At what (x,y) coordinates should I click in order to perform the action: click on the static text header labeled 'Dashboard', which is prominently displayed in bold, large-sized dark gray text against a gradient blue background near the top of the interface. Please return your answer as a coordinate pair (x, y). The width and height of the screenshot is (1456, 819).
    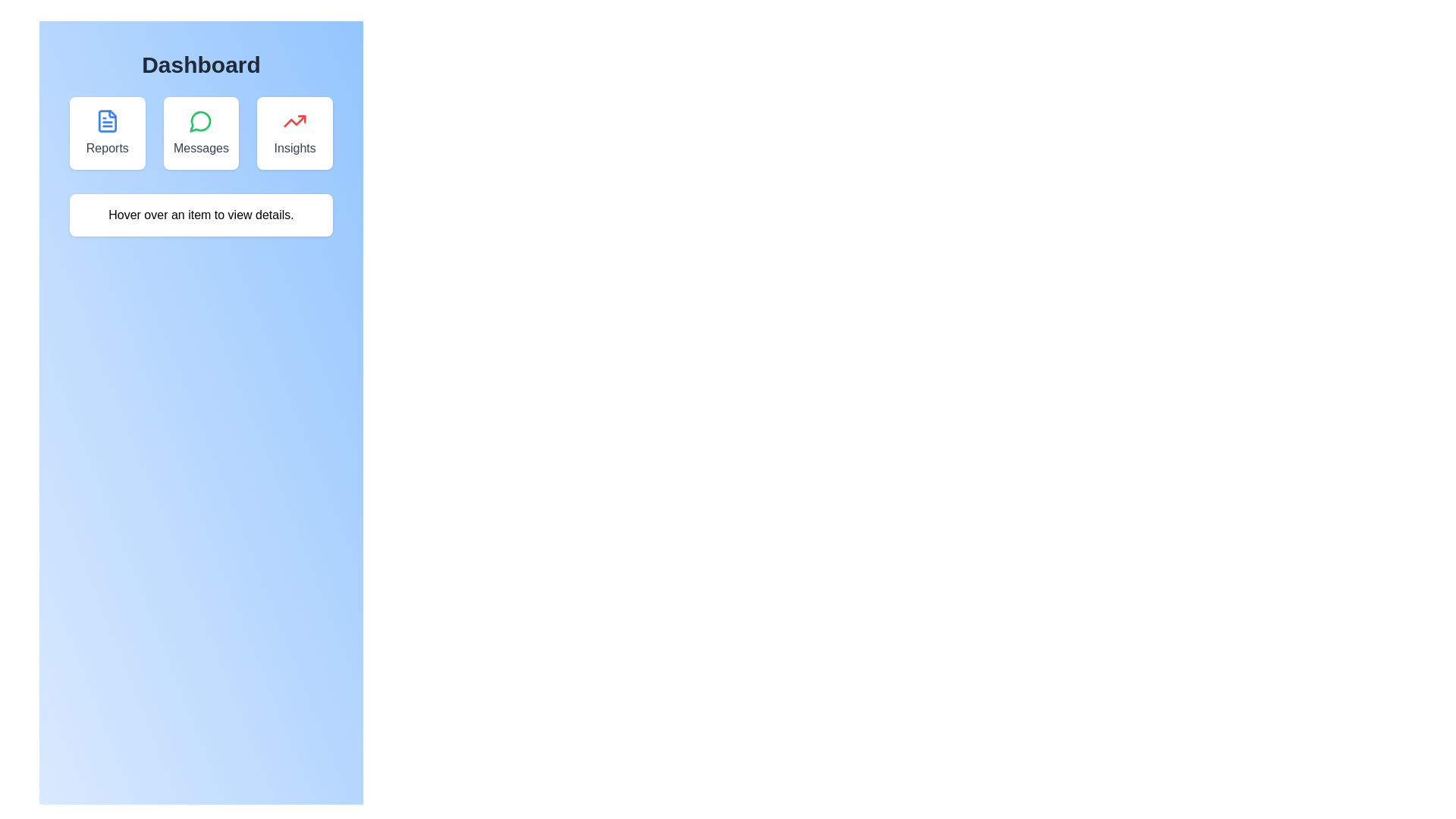
    Looking at the image, I should click on (200, 64).